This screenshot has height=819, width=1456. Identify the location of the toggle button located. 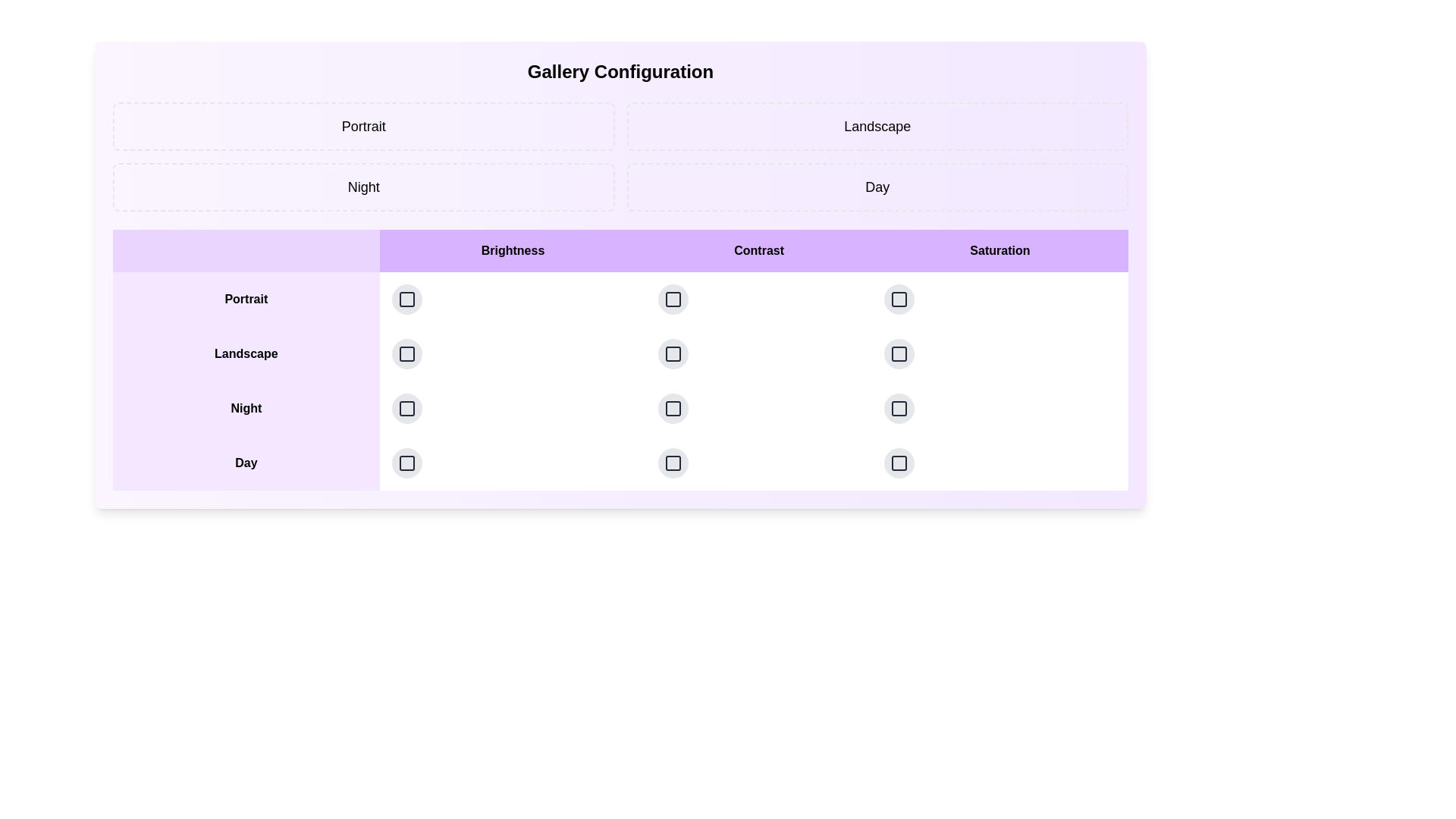
(673, 353).